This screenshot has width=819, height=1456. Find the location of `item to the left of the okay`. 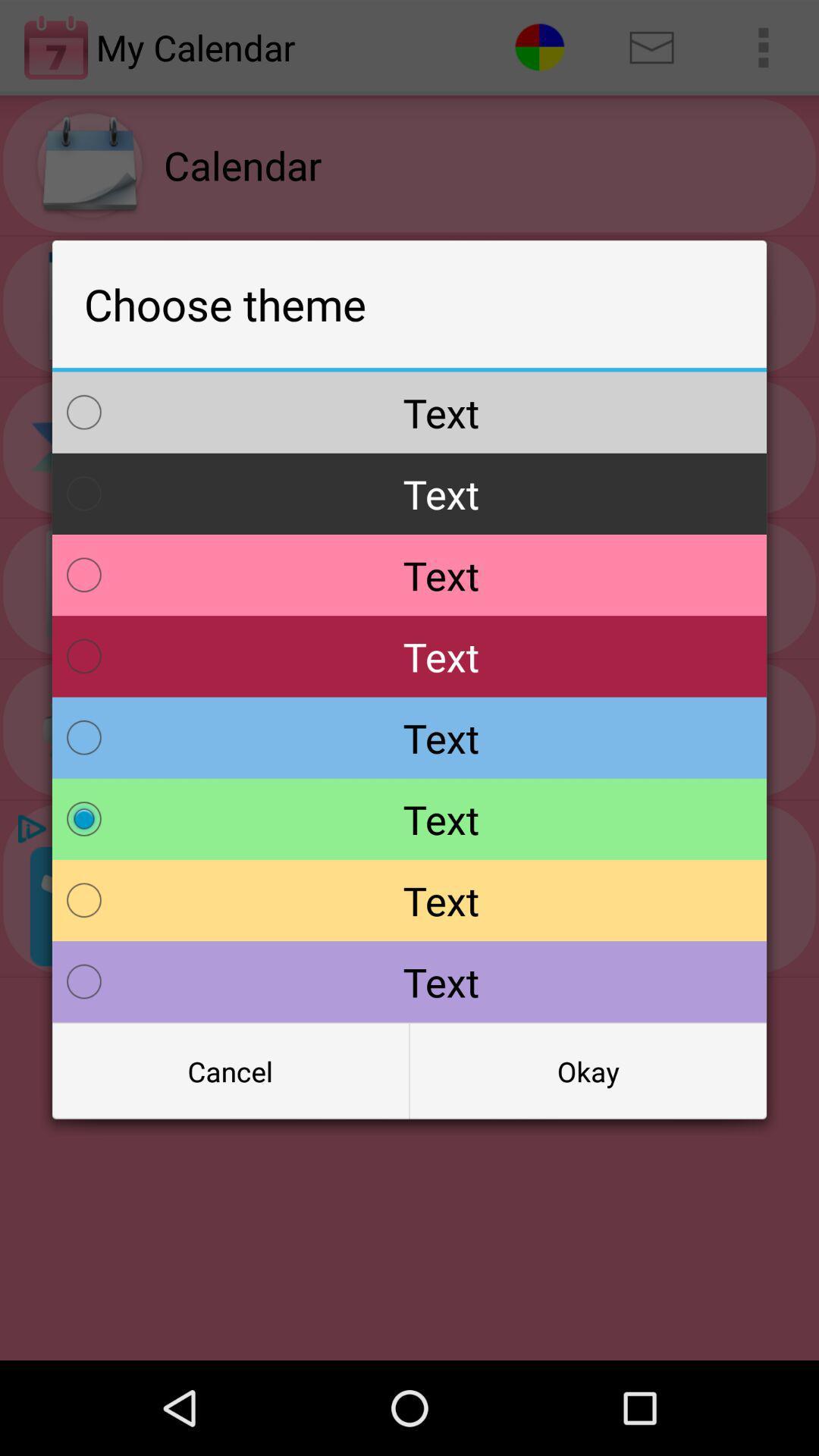

item to the left of the okay is located at coordinates (231, 1070).